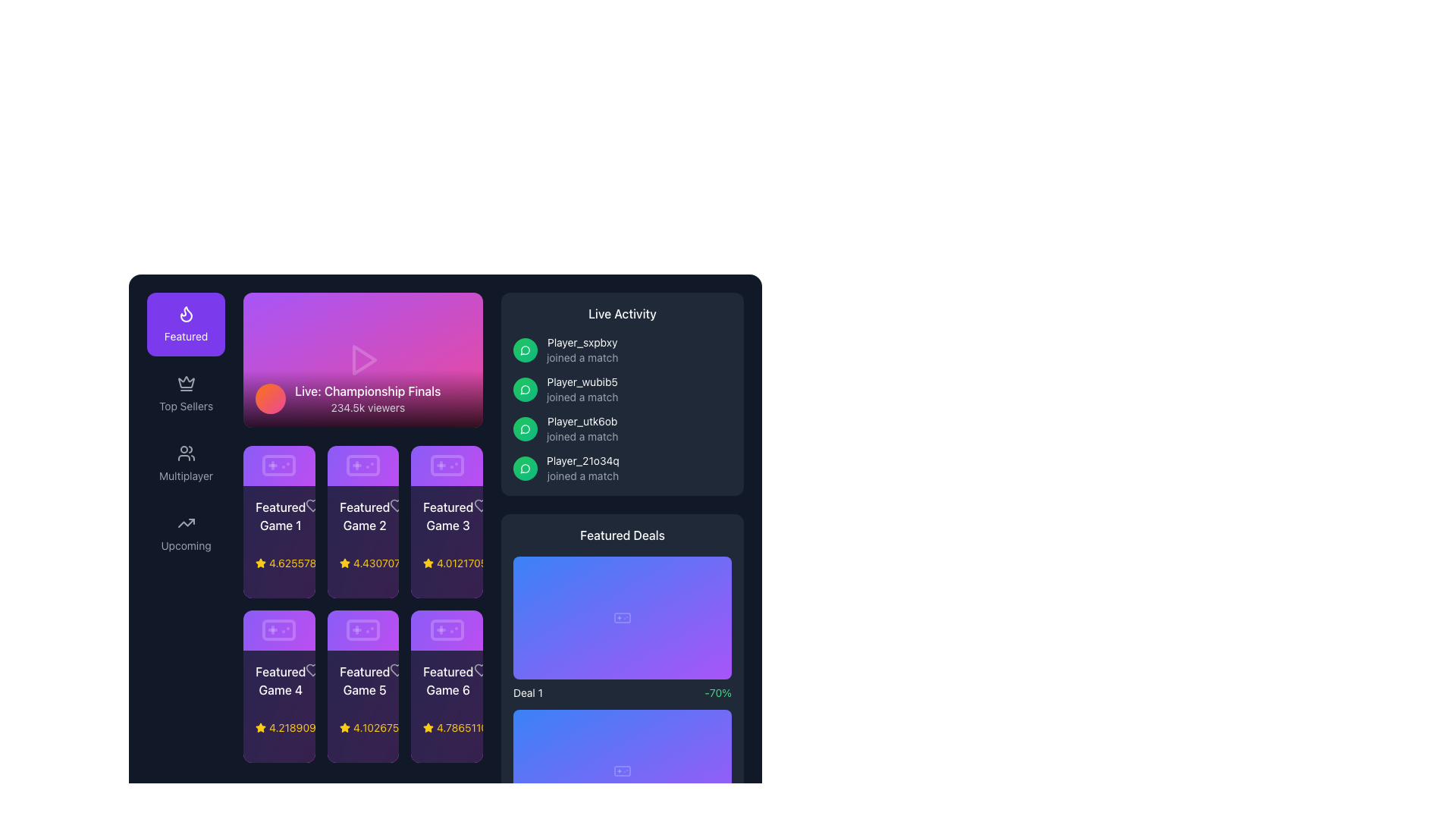  I want to click on the 'Featured Deals' label, so click(622, 534).